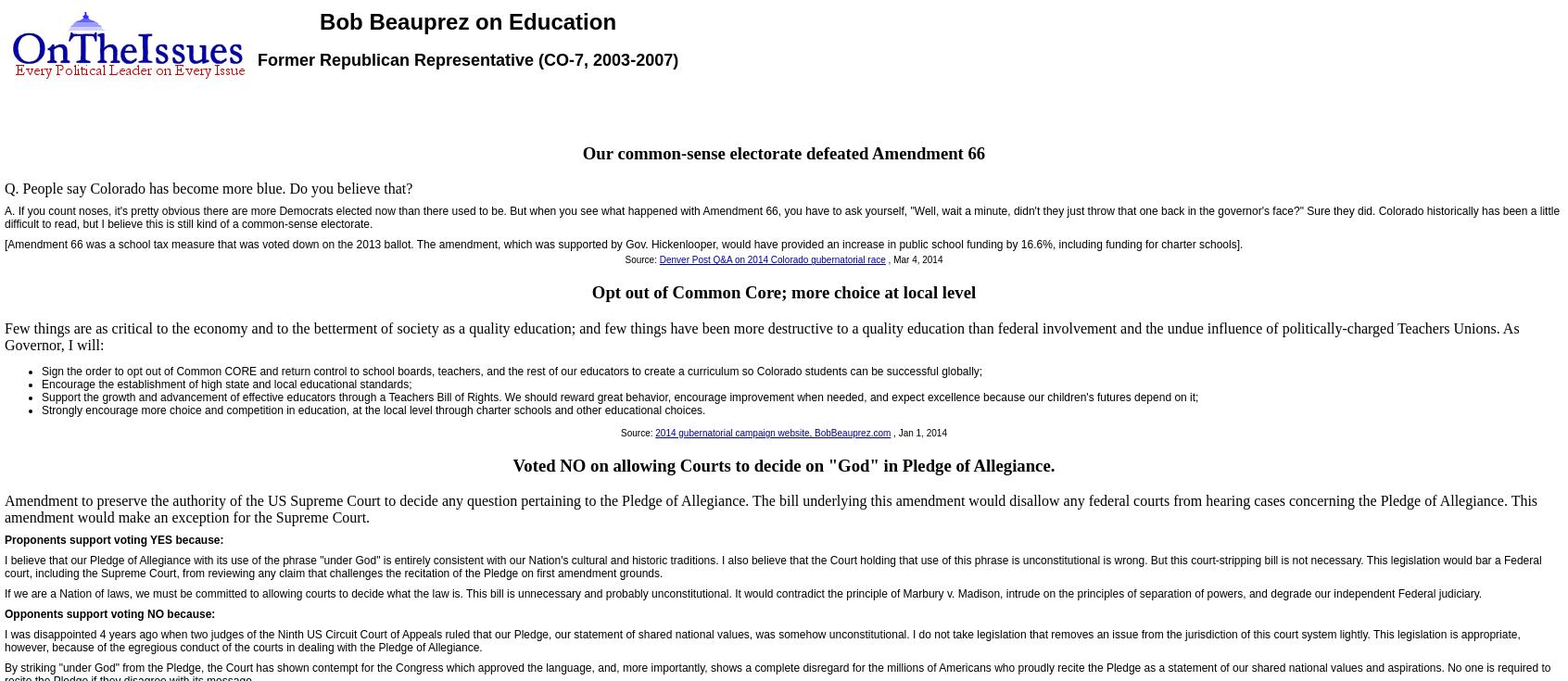 The image size is (1568, 681). I want to click on 'Encourage the establishment of high state and local educational standards;', so click(226, 384).